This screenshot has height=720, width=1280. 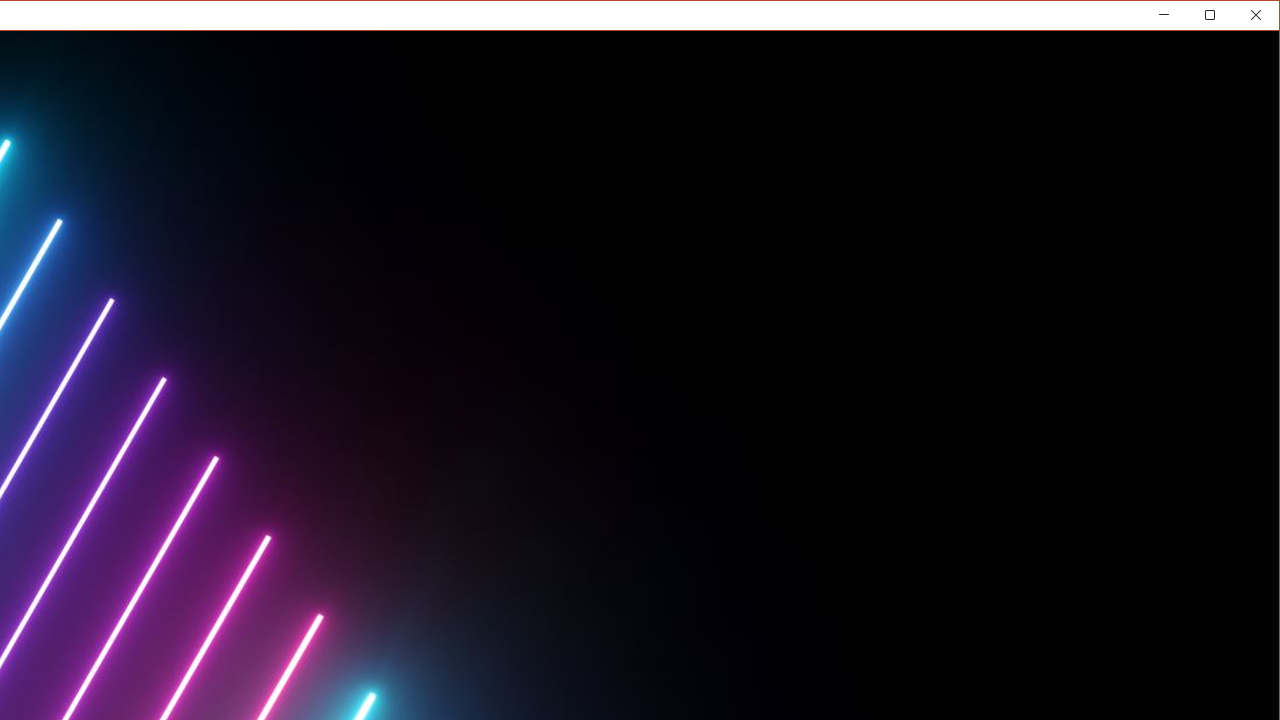 What do you see at coordinates (1238, 19) in the screenshot?
I see `'Maximize'` at bounding box center [1238, 19].